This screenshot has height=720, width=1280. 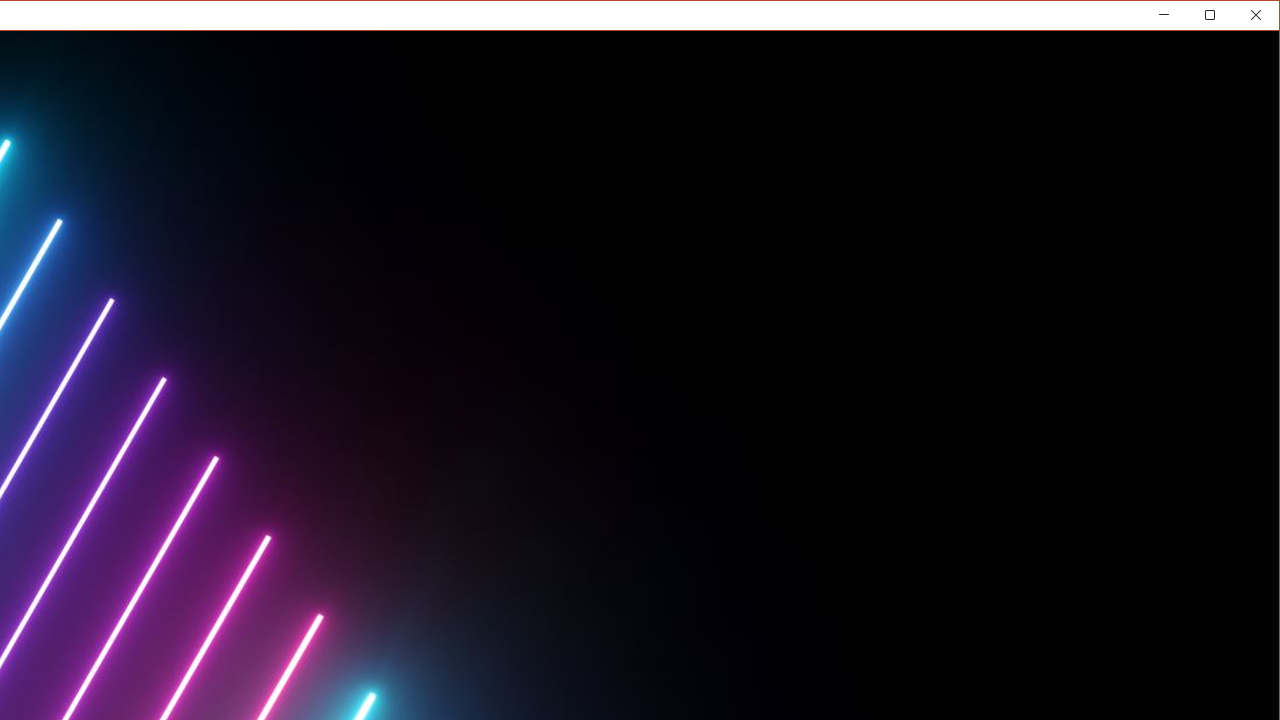 What do you see at coordinates (1238, 19) in the screenshot?
I see `'Maximize'` at bounding box center [1238, 19].